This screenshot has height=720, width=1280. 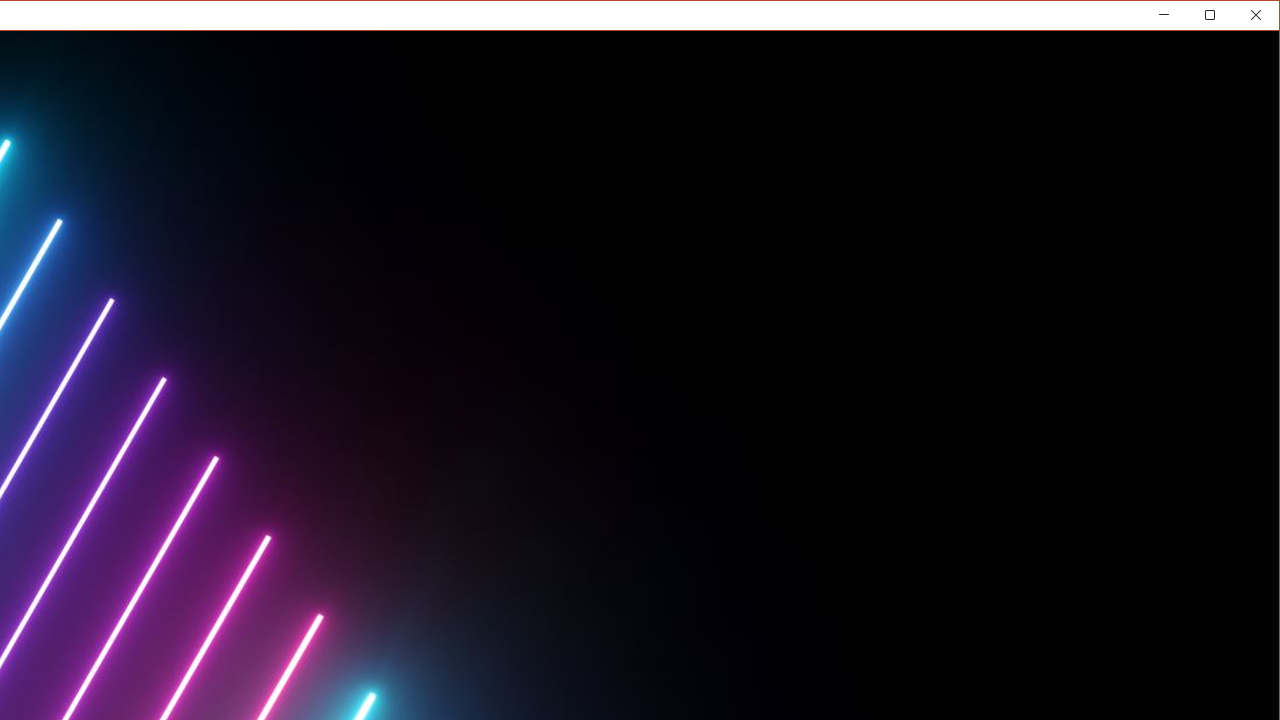 What do you see at coordinates (1238, 19) in the screenshot?
I see `'Maximize'` at bounding box center [1238, 19].